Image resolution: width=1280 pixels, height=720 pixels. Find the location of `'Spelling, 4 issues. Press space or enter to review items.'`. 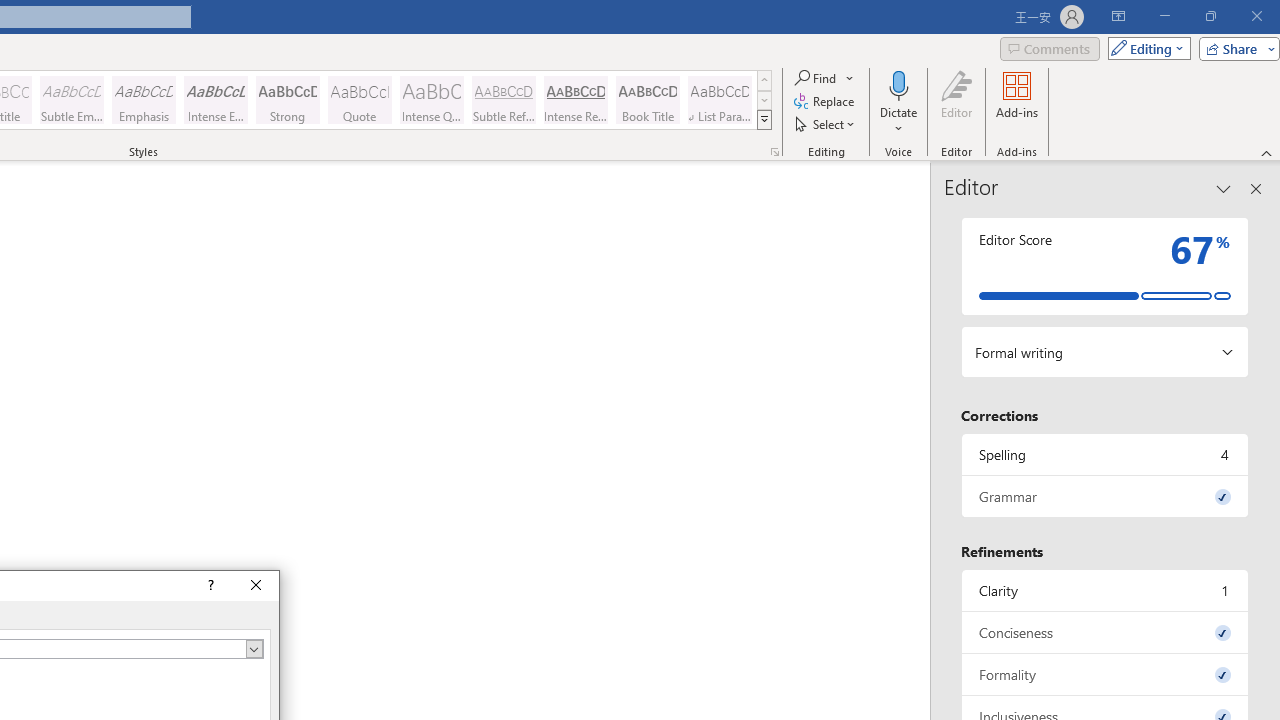

'Spelling, 4 issues. Press space or enter to review items.' is located at coordinates (1104, 454).